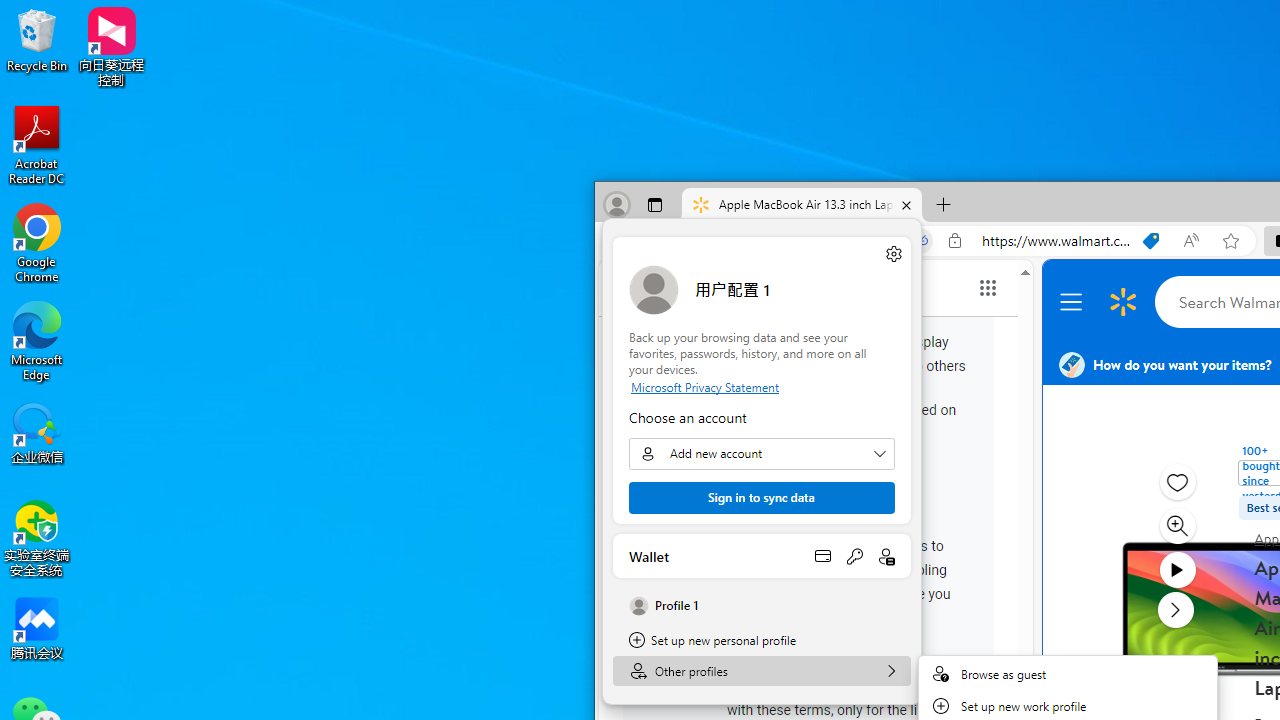 The height and width of the screenshot is (720, 1280). What do you see at coordinates (1175, 608) in the screenshot?
I see `'next media item'` at bounding box center [1175, 608].